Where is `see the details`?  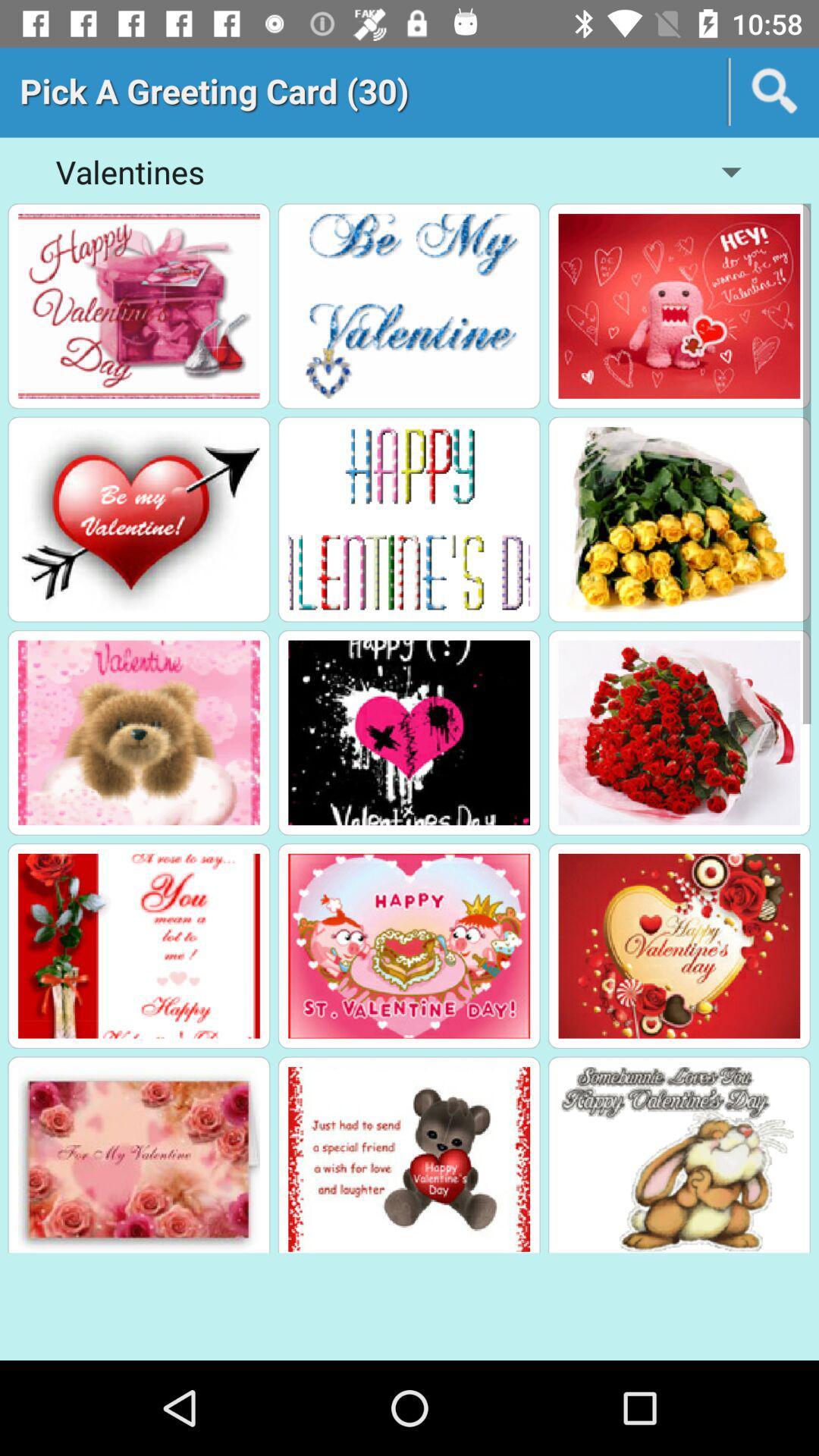
see the details is located at coordinates (139, 945).